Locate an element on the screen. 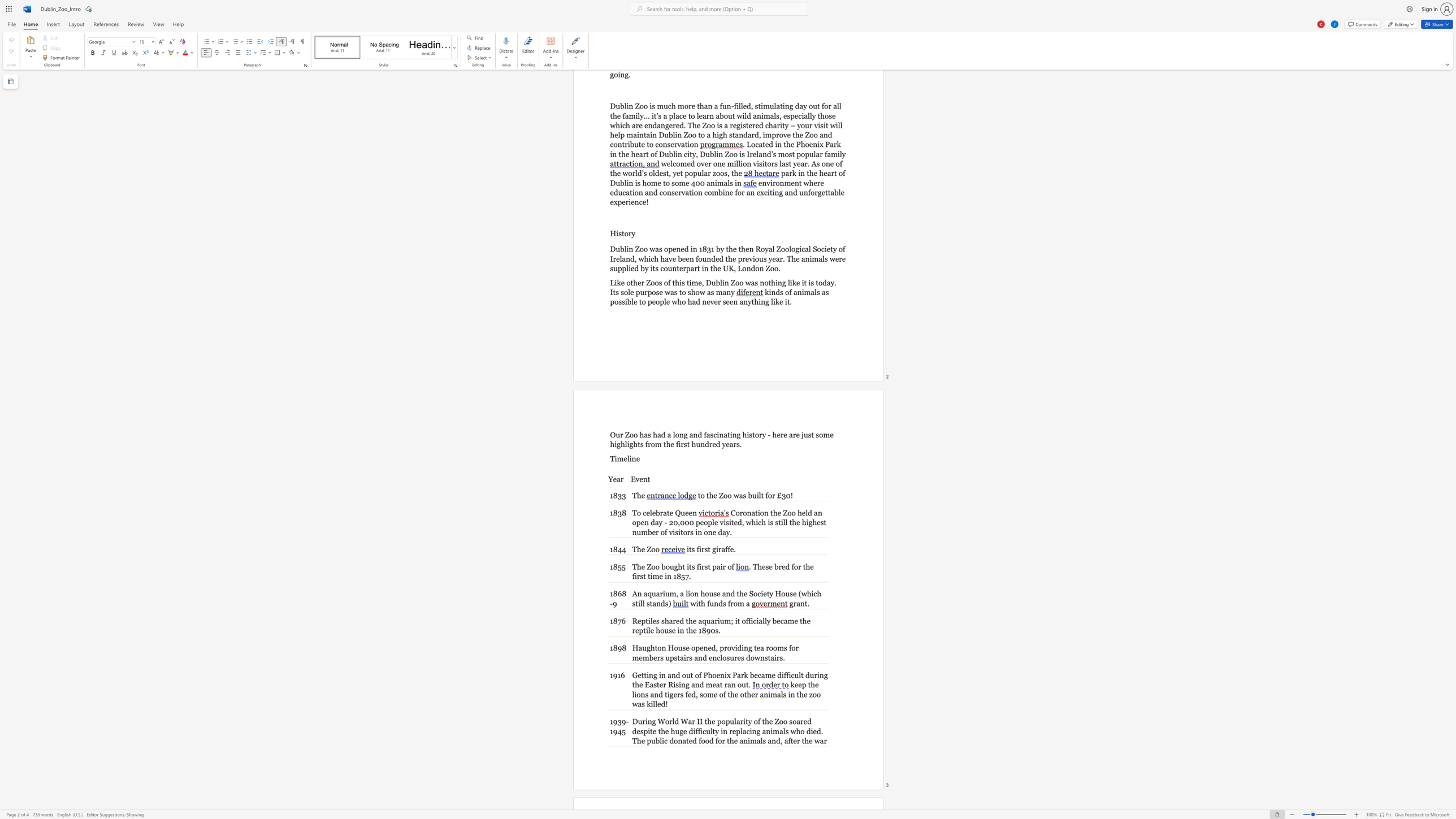 The width and height of the screenshot is (1456, 819). the subset text "stair" within the text "Haughton House opened, providing tea rooms for members upstairs and enclosures downstairs." is located at coordinates (764, 657).